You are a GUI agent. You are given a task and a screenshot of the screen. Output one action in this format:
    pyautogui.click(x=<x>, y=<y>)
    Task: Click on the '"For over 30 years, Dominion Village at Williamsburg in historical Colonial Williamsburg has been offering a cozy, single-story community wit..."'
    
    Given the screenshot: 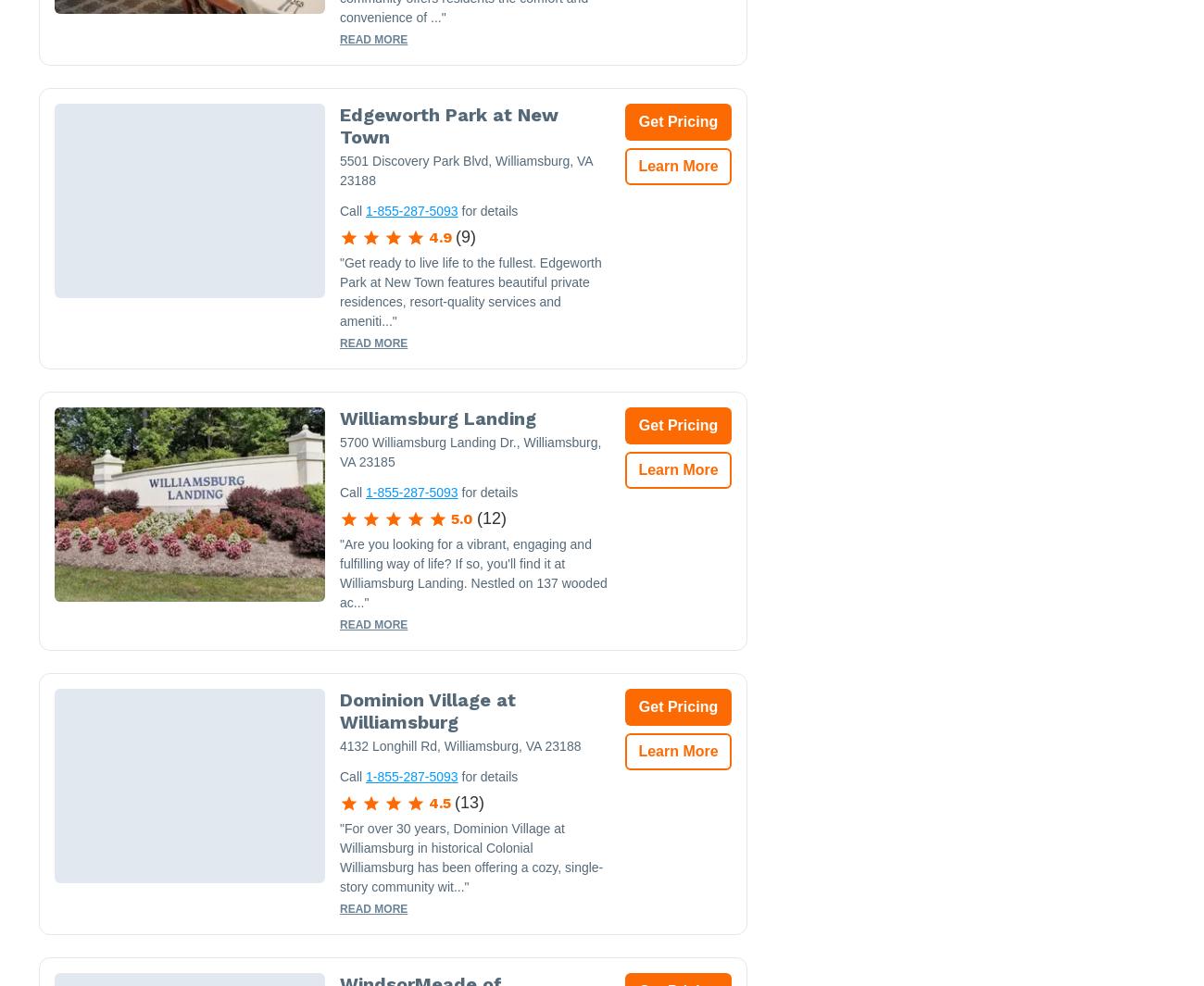 What is the action you would take?
    pyautogui.click(x=470, y=857)
    